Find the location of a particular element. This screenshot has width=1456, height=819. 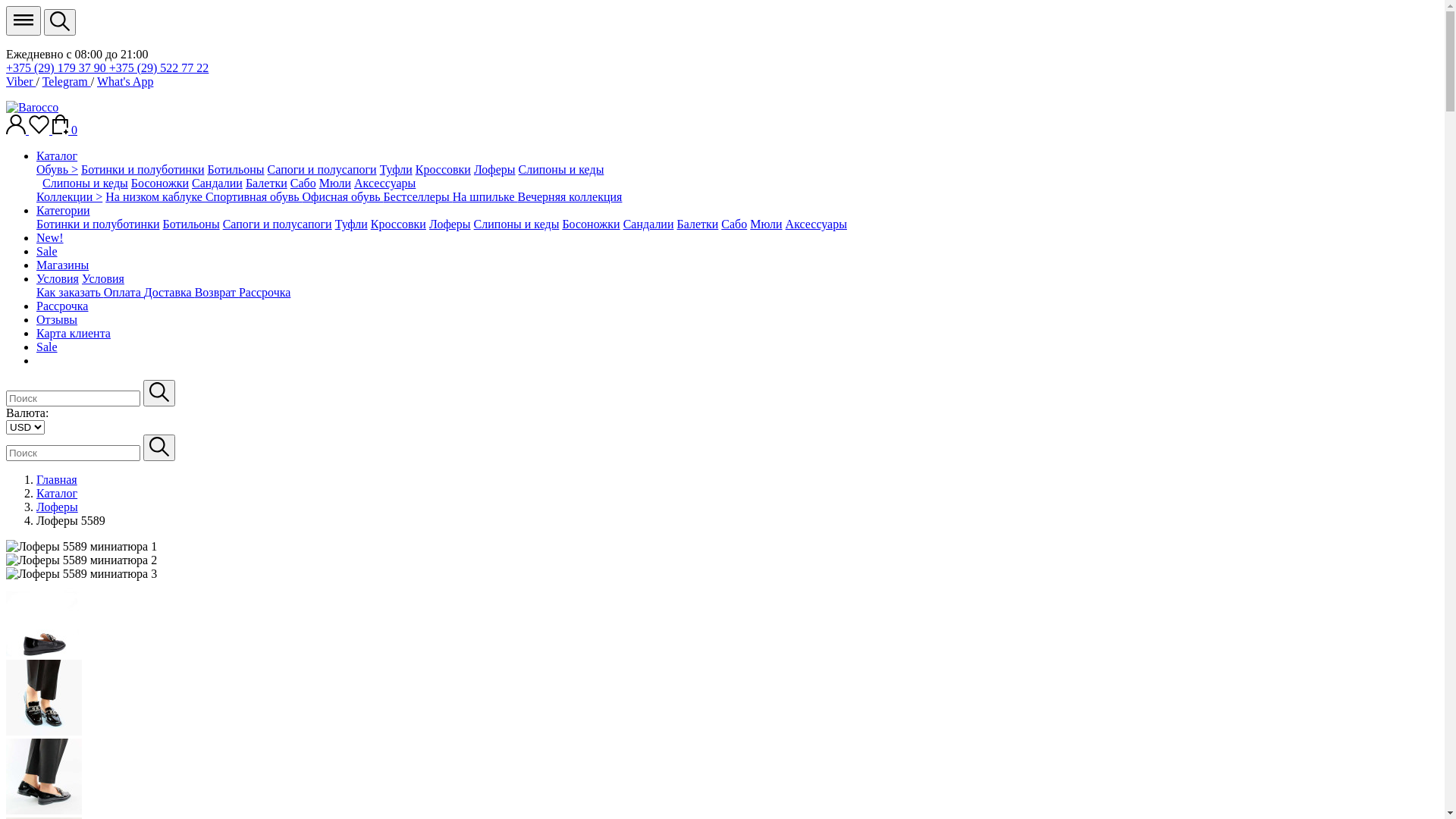

'+375 (29) 179 37 90' is located at coordinates (58, 67).